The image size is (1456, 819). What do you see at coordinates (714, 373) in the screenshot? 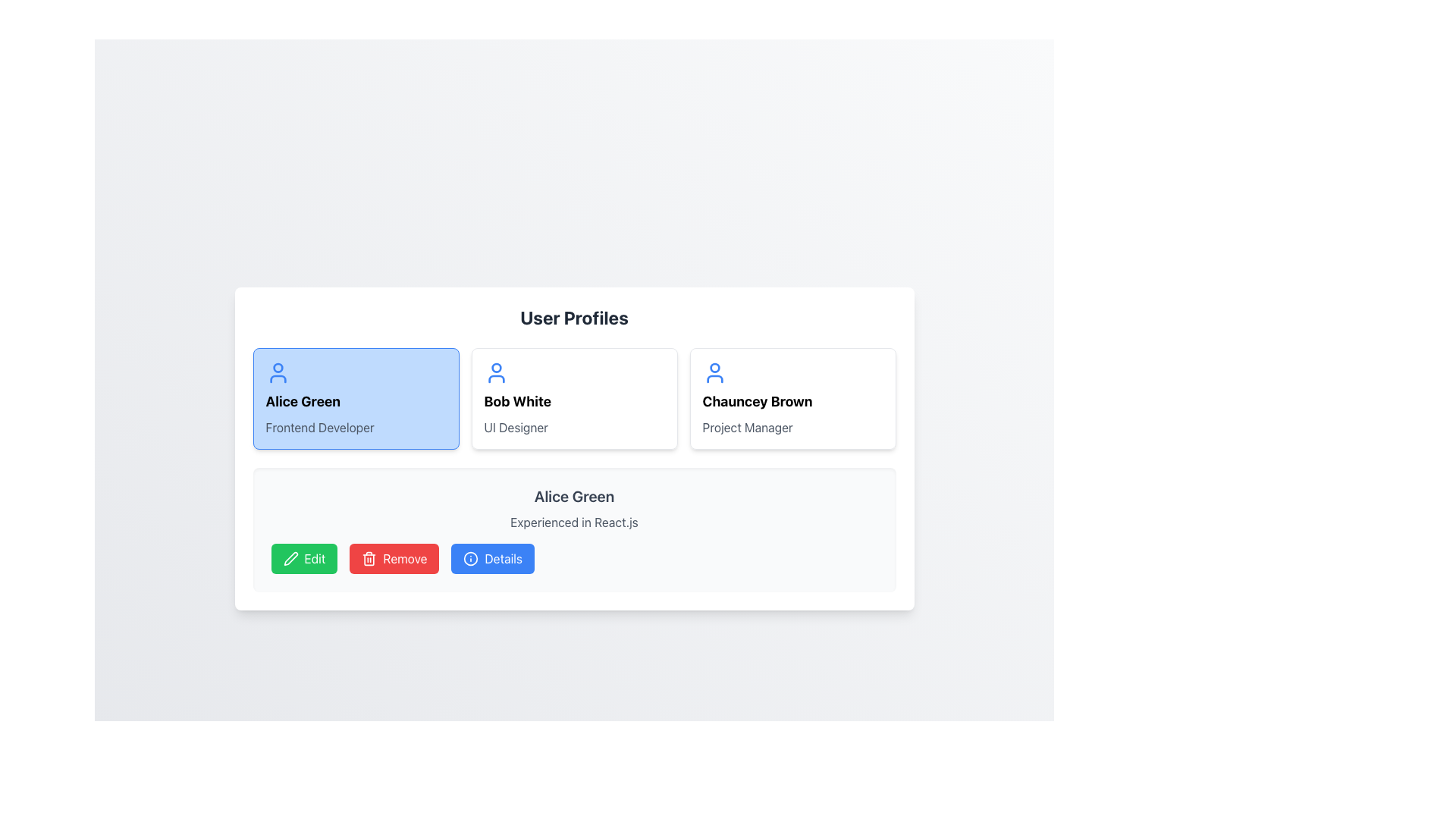
I see `the user profile icon for Chauncey Brown, which is a blue circular icon with a stroke-based outline located at the top left corner of the card labeled 'Chauncey Brown, Project Manager.'` at bounding box center [714, 373].